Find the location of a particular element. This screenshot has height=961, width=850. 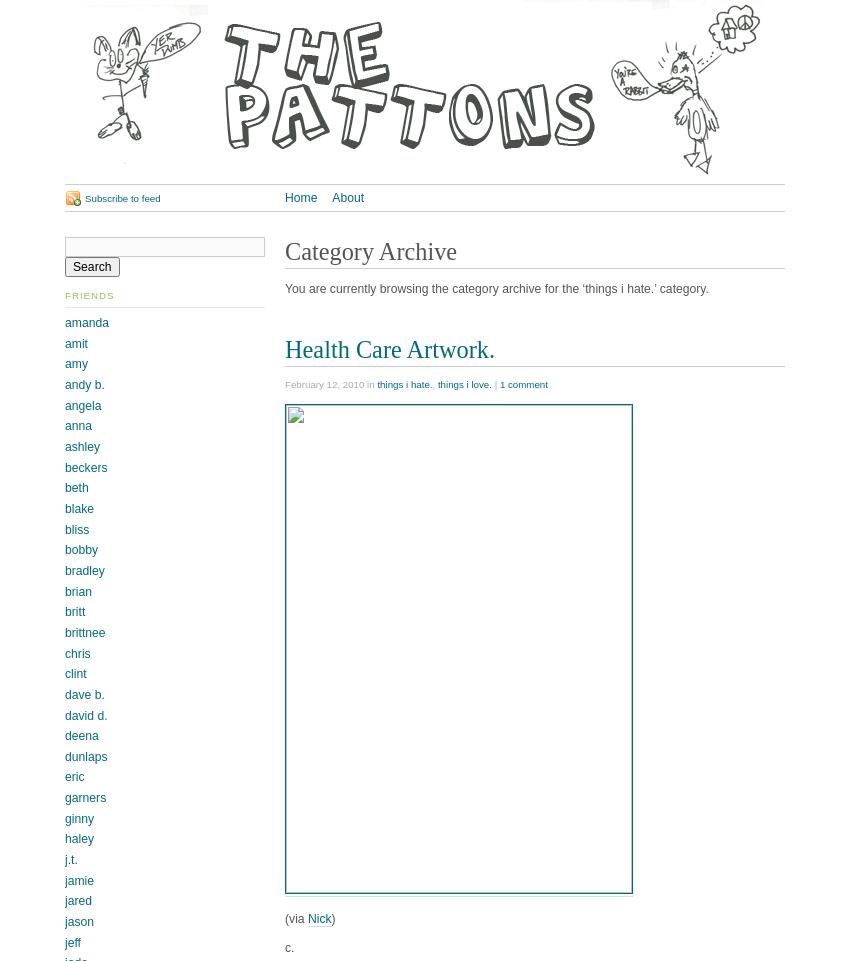

'amy' is located at coordinates (75, 363).